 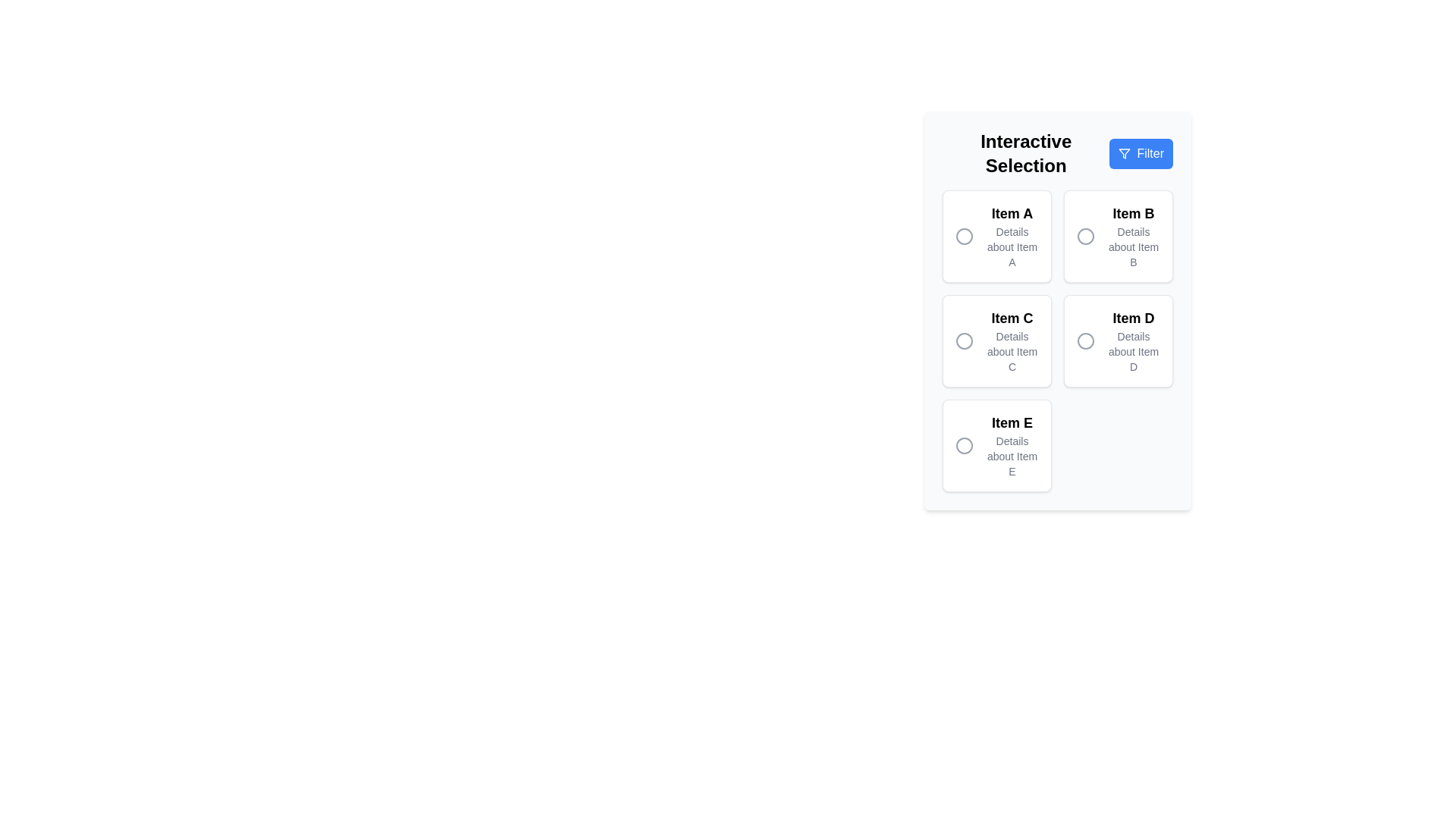 What do you see at coordinates (964, 237) in the screenshot?
I see `the radio button for 'Item A'` at bounding box center [964, 237].